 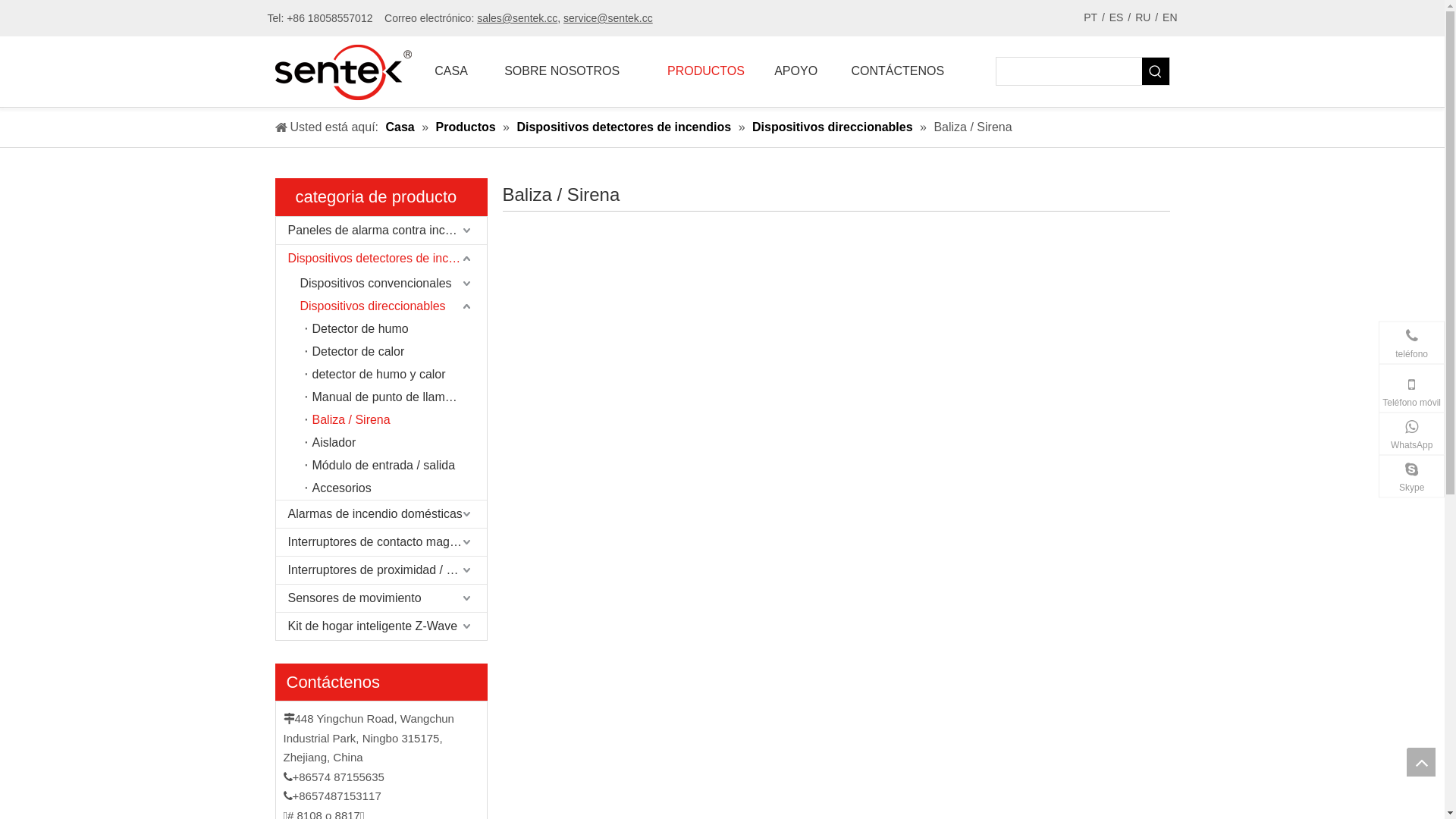 I want to click on 'Productos', so click(x=435, y=126).